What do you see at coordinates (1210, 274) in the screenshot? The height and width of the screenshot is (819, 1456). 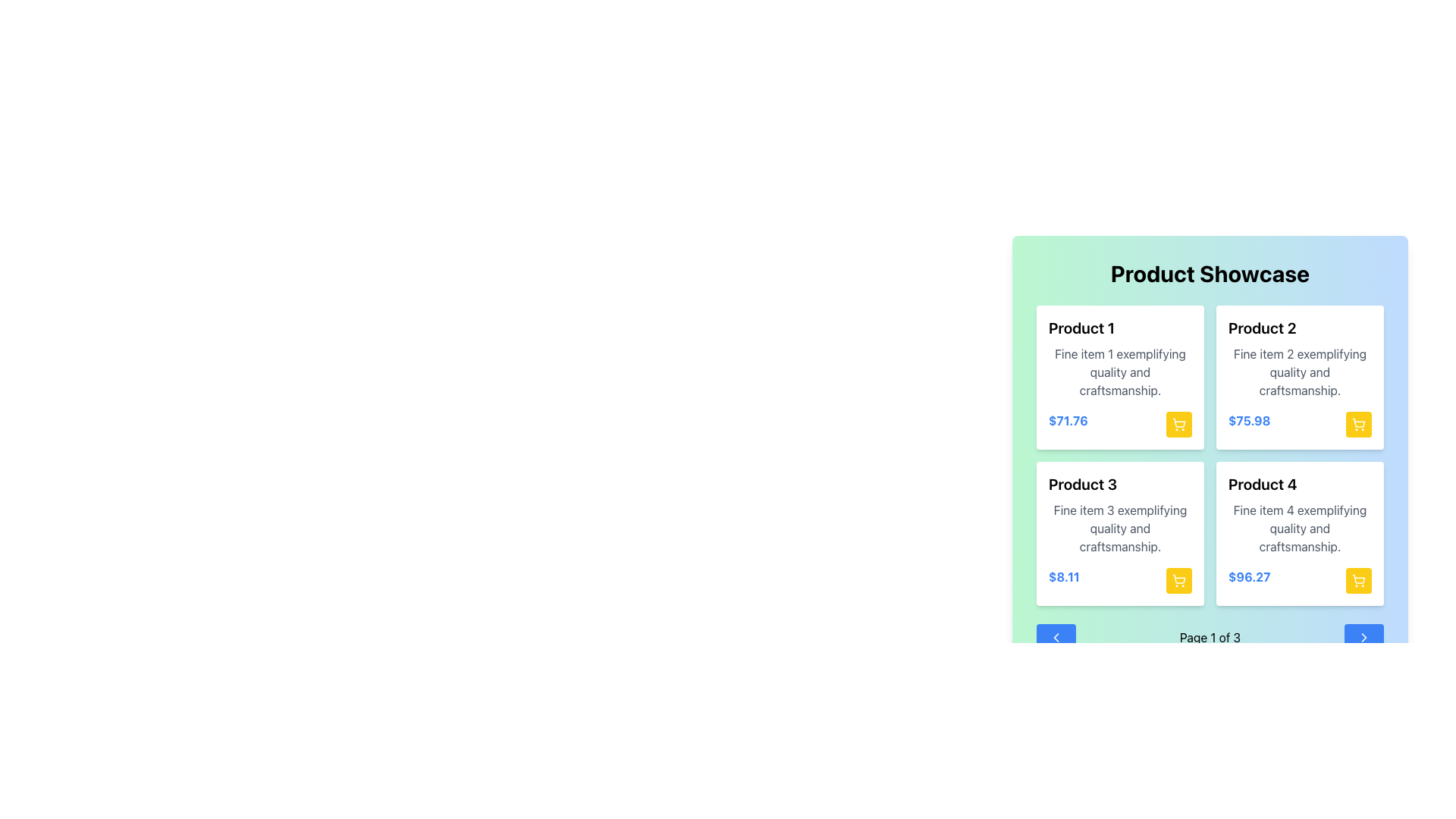 I see `the bold, extra-large static text header reading 'Product Showcase' which is centrally aligned at the top of the product details section` at bounding box center [1210, 274].